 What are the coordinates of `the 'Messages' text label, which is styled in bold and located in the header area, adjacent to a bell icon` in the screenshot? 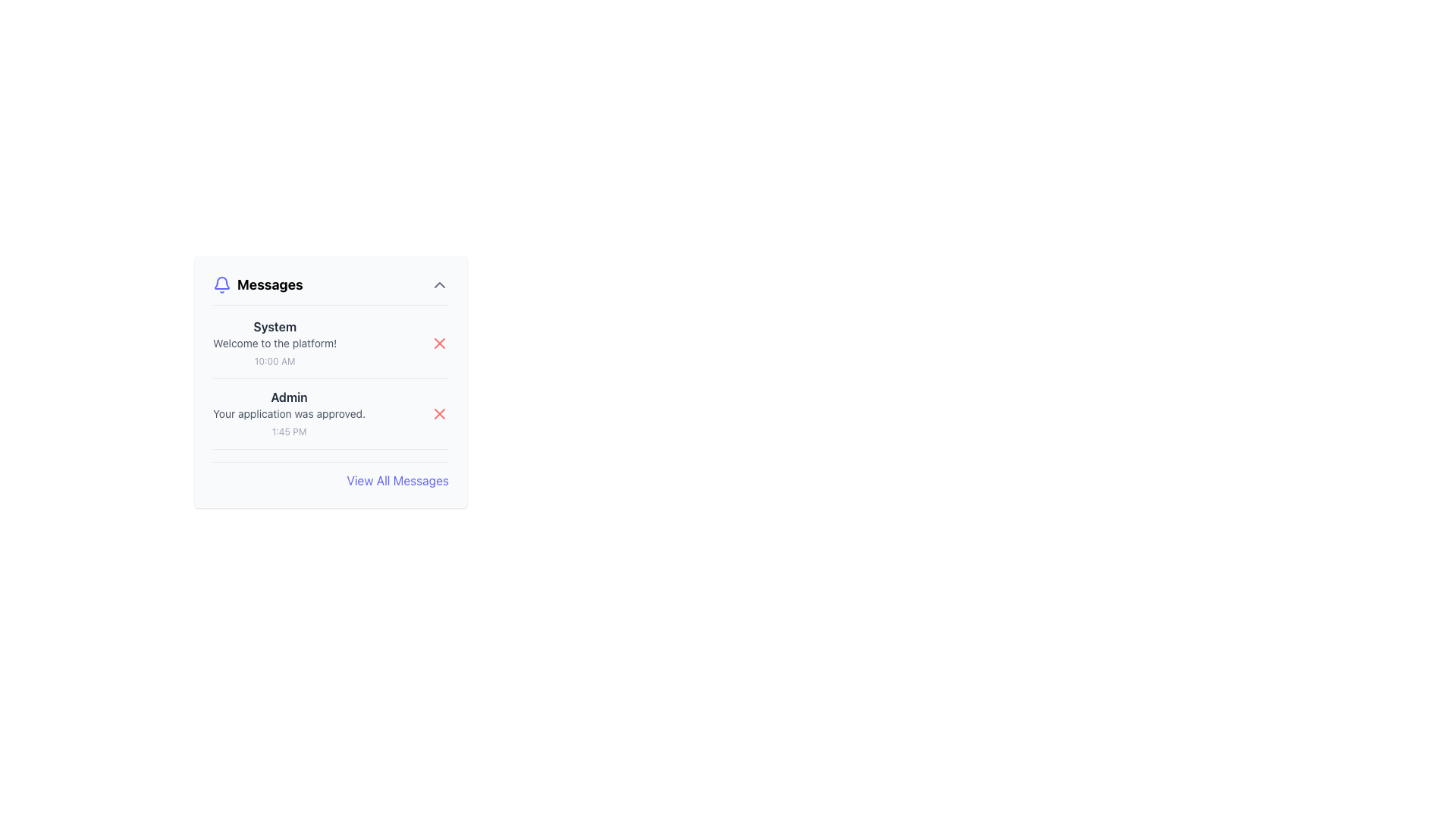 It's located at (258, 284).